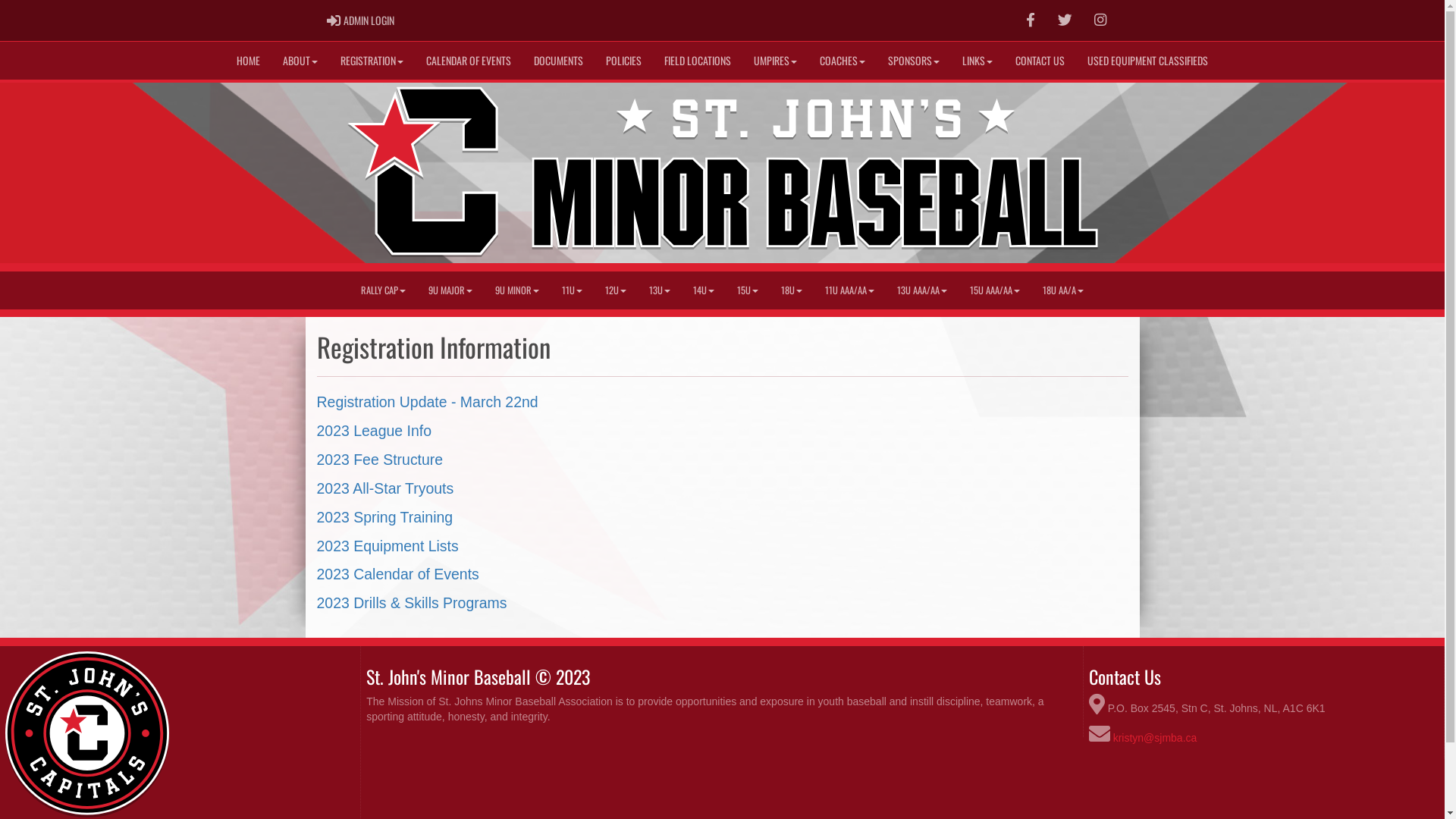  What do you see at coordinates (1154, 736) in the screenshot?
I see `'kristyn@sjmba.ca'` at bounding box center [1154, 736].